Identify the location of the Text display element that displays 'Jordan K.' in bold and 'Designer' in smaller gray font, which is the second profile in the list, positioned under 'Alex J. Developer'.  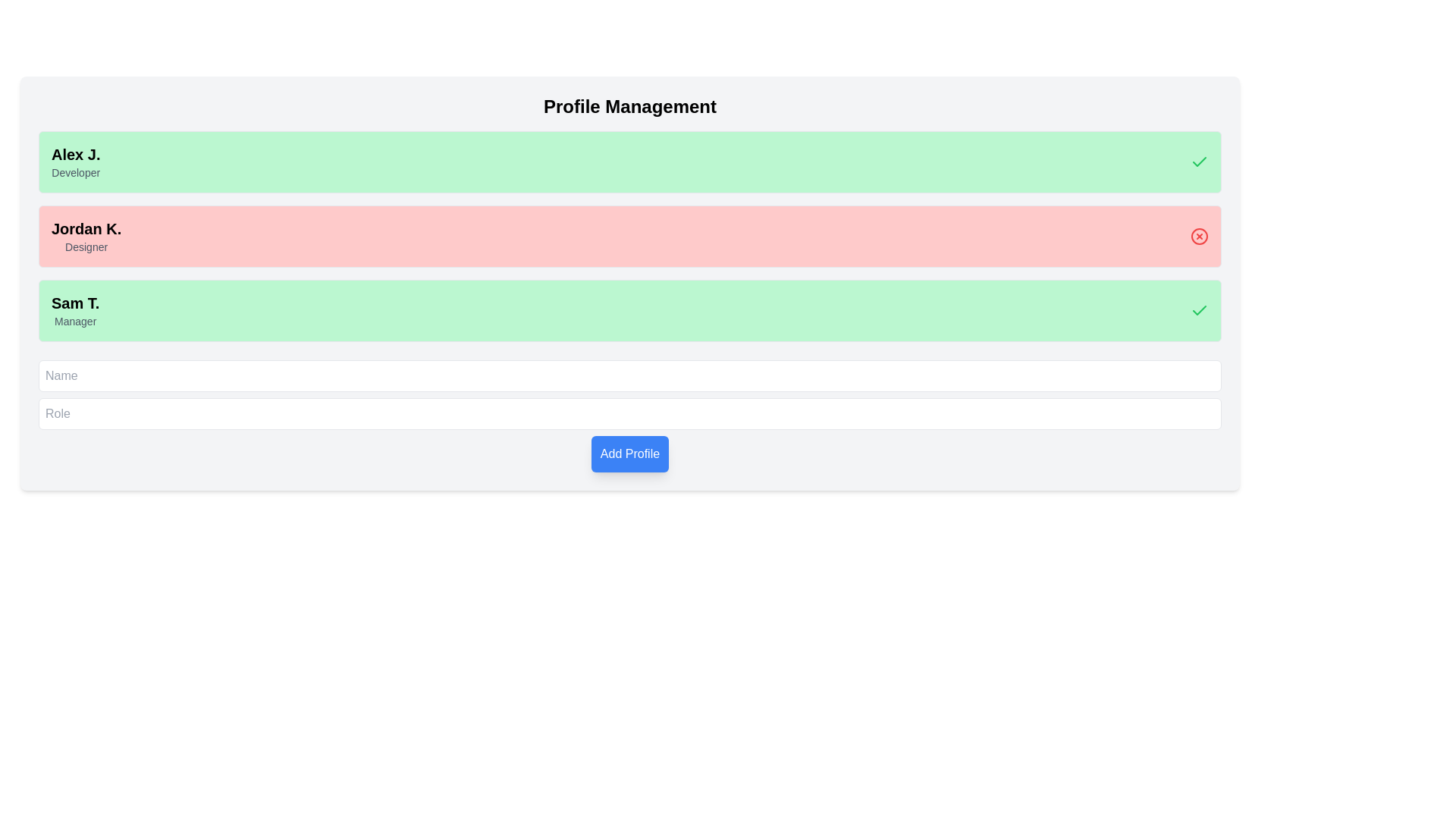
(86, 237).